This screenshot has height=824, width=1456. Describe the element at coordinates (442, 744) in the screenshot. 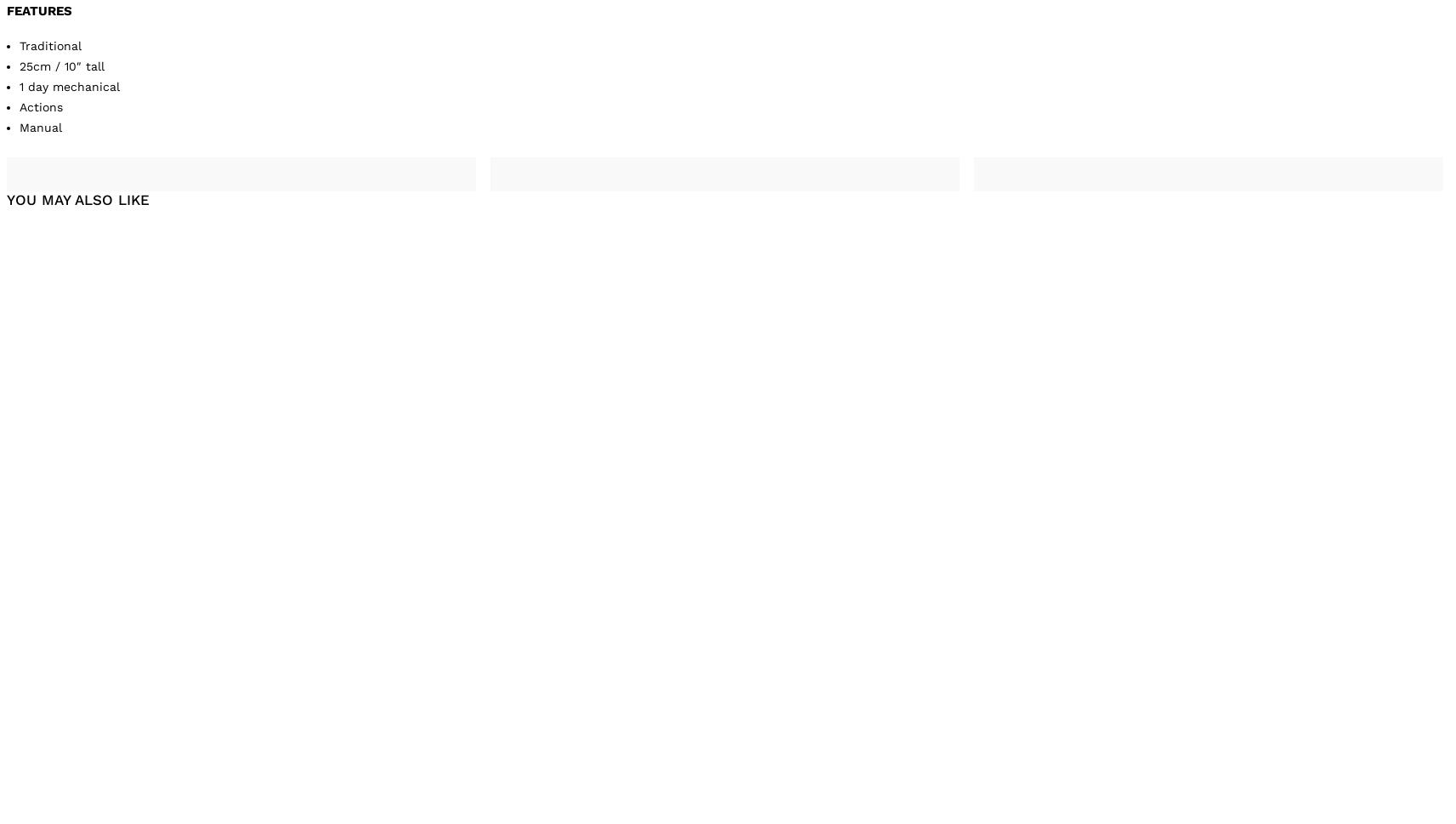

I see `'Anton Schneider'` at that location.